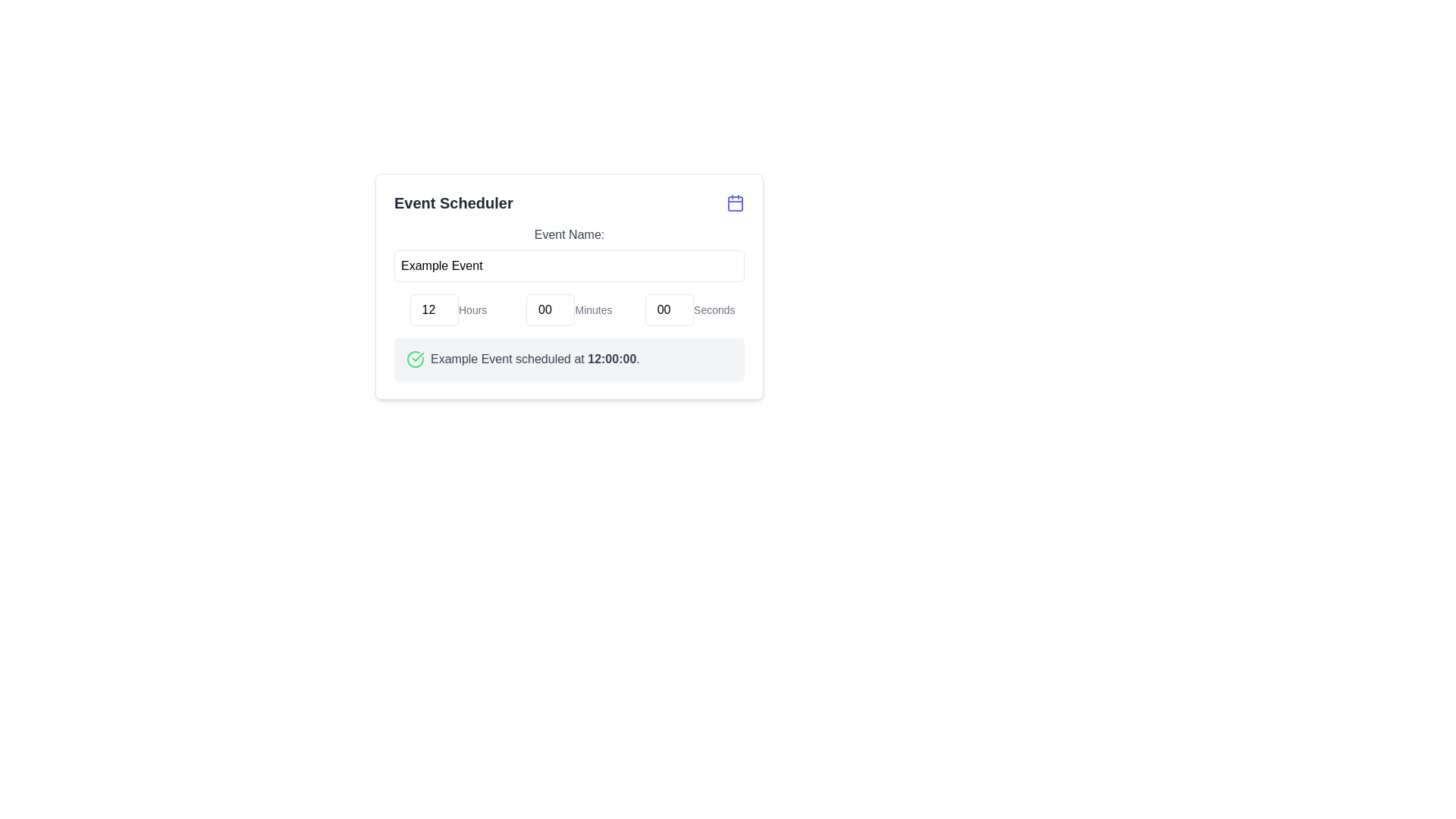 This screenshot has width=1456, height=819. What do you see at coordinates (714, 309) in the screenshot?
I see `the text label that displays 'Seconds', which is located to the right of the numeric input box for seconds in the Event Scheduler interface` at bounding box center [714, 309].